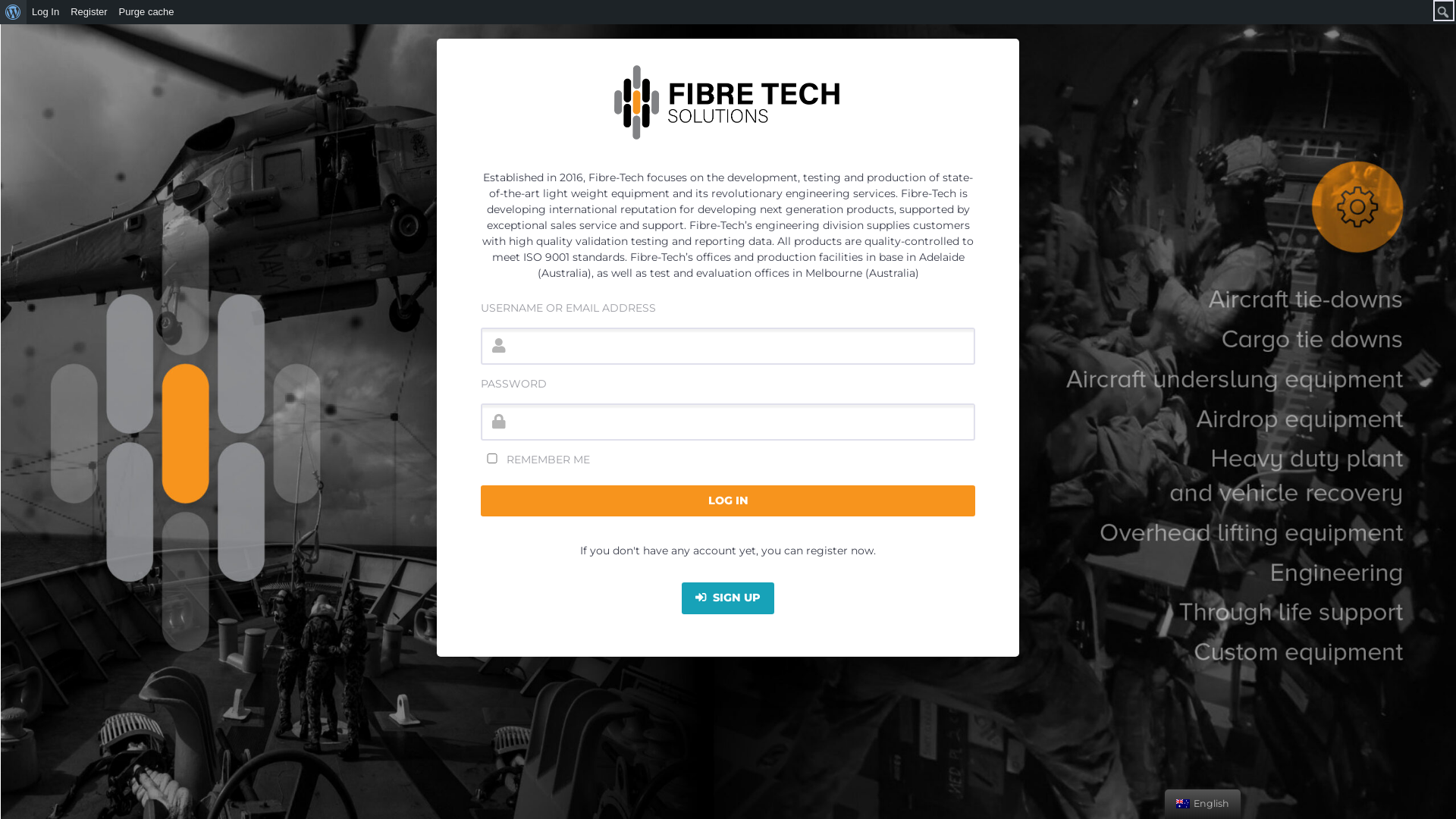  I want to click on 'SIGN UP', so click(728, 598).